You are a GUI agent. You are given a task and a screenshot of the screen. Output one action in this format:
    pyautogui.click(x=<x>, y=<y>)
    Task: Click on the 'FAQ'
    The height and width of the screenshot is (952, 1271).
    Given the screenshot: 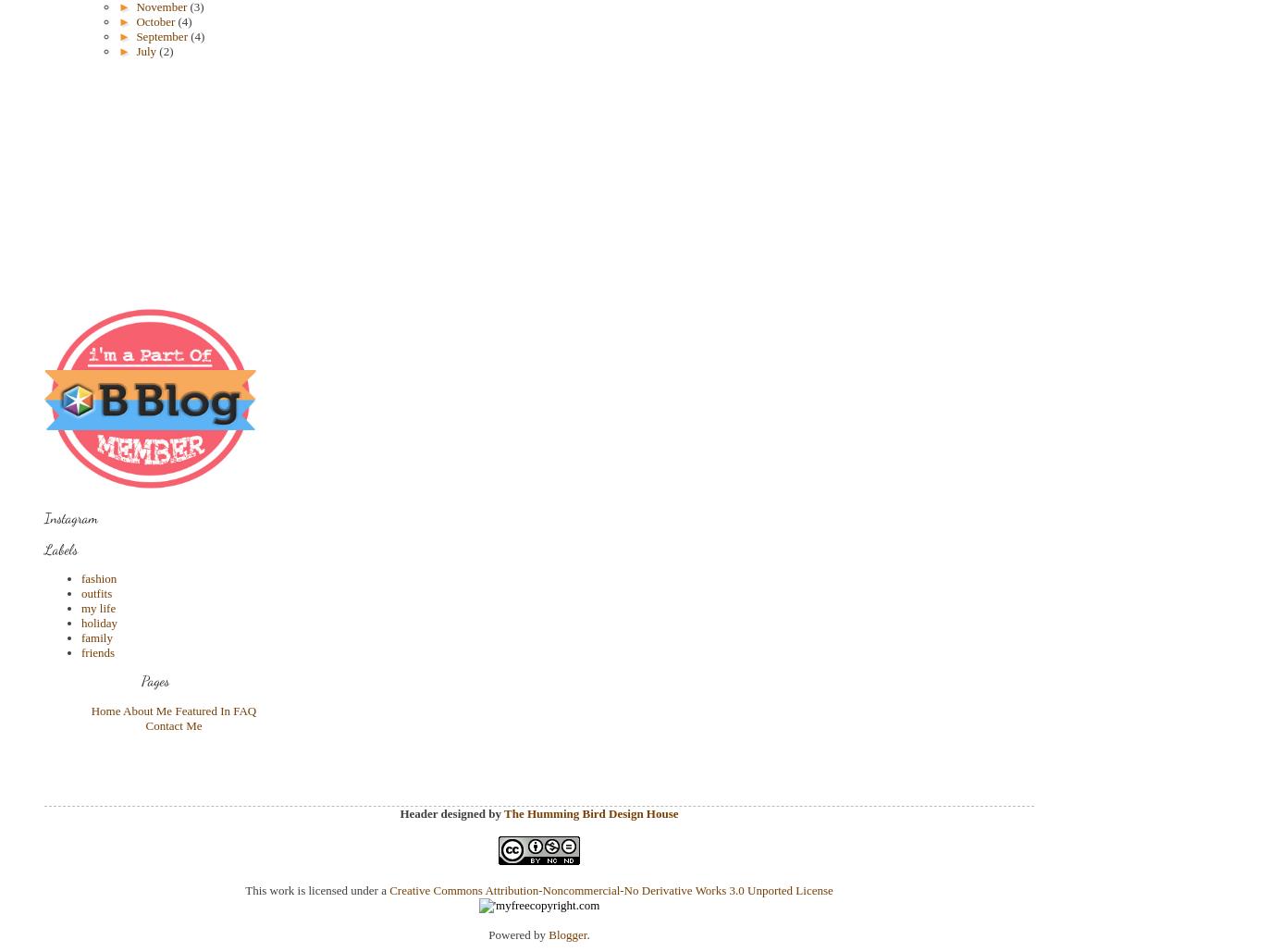 What is the action you would take?
    pyautogui.click(x=243, y=710)
    